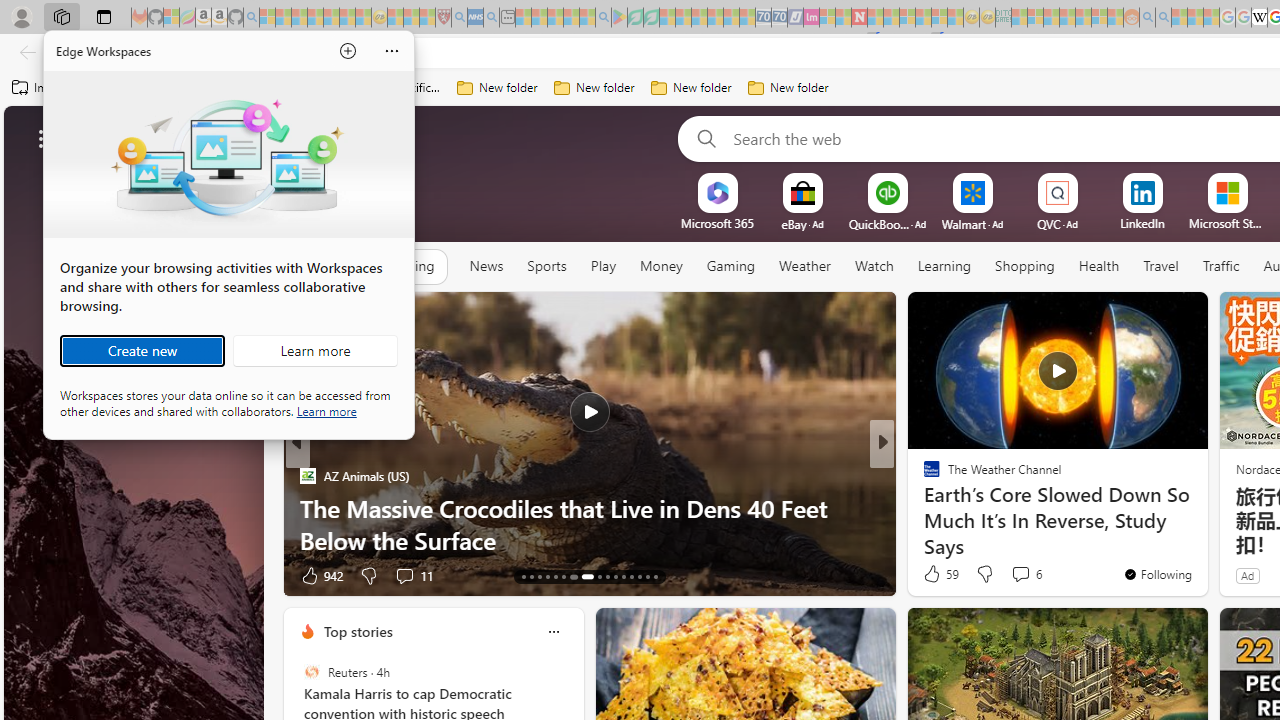 Image resolution: width=1280 pixels, height=720 pixels. What do you see at coordinates (656, 577) in the screenshot?
I see `'AutomationID: tab-28'` at bounding box center [656, 577].